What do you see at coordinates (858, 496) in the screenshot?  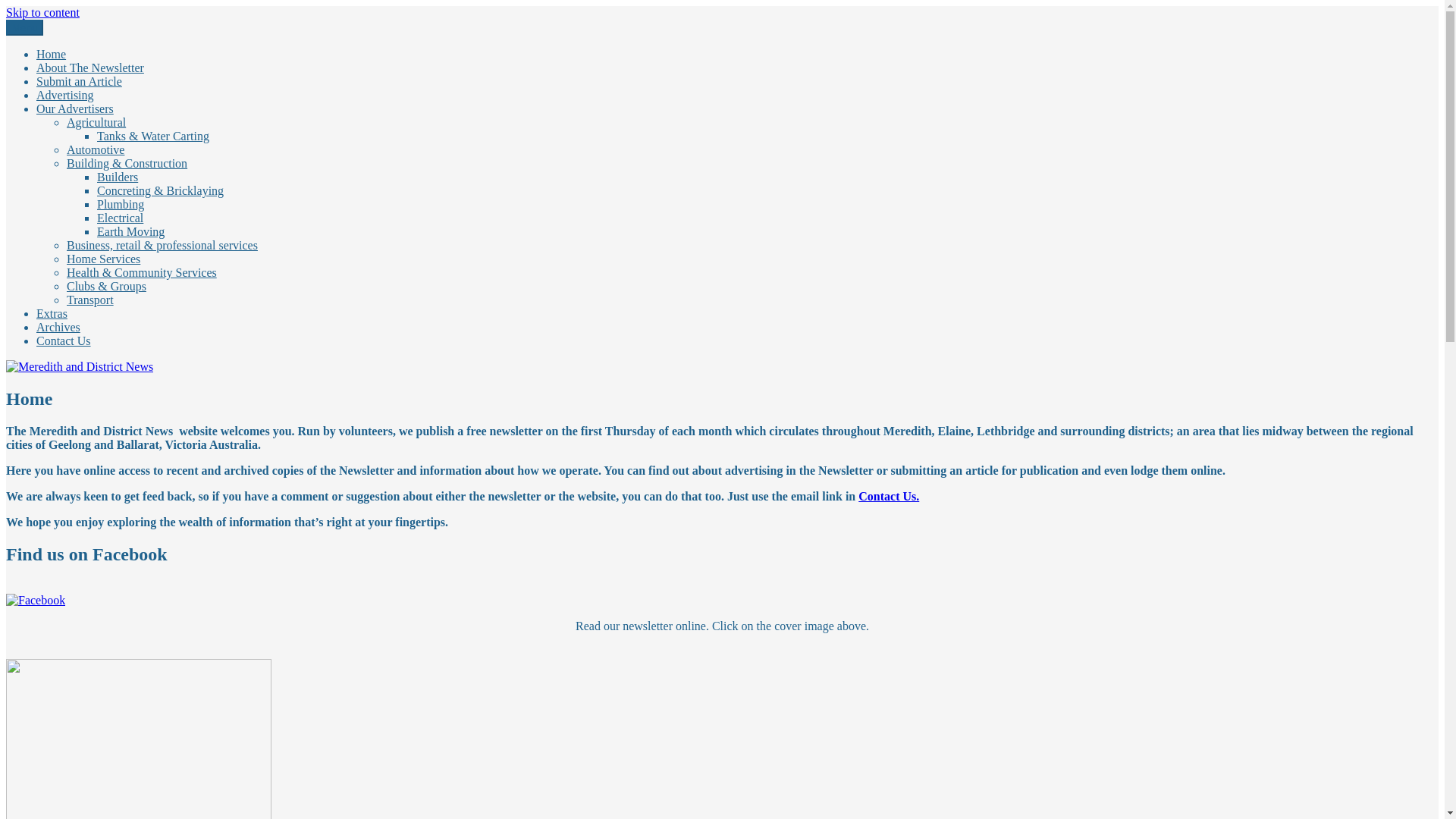 I see `'Contact Us.'` at bounding box center [858, 496].